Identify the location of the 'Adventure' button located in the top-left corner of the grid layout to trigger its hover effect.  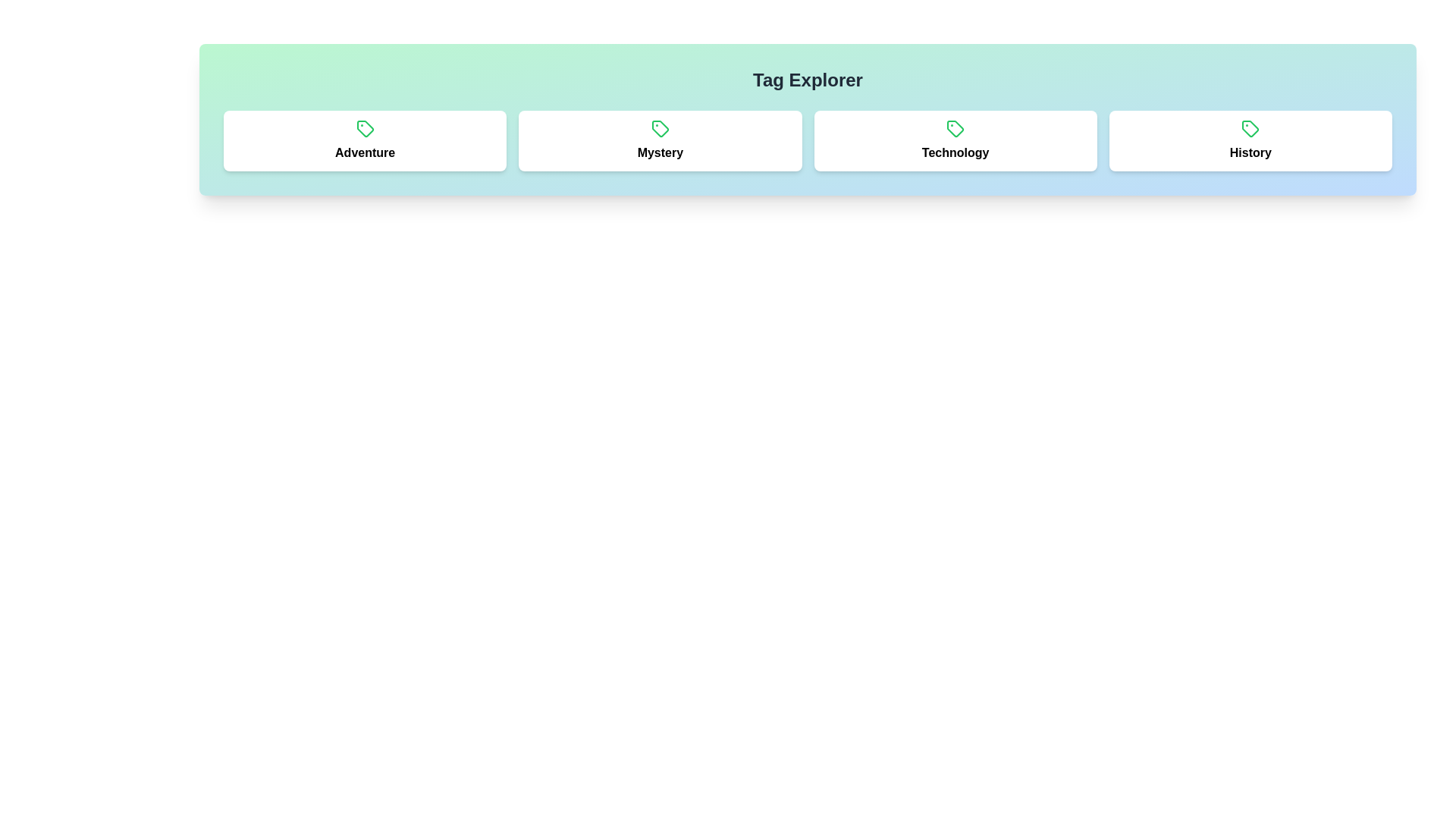
(365, 140).